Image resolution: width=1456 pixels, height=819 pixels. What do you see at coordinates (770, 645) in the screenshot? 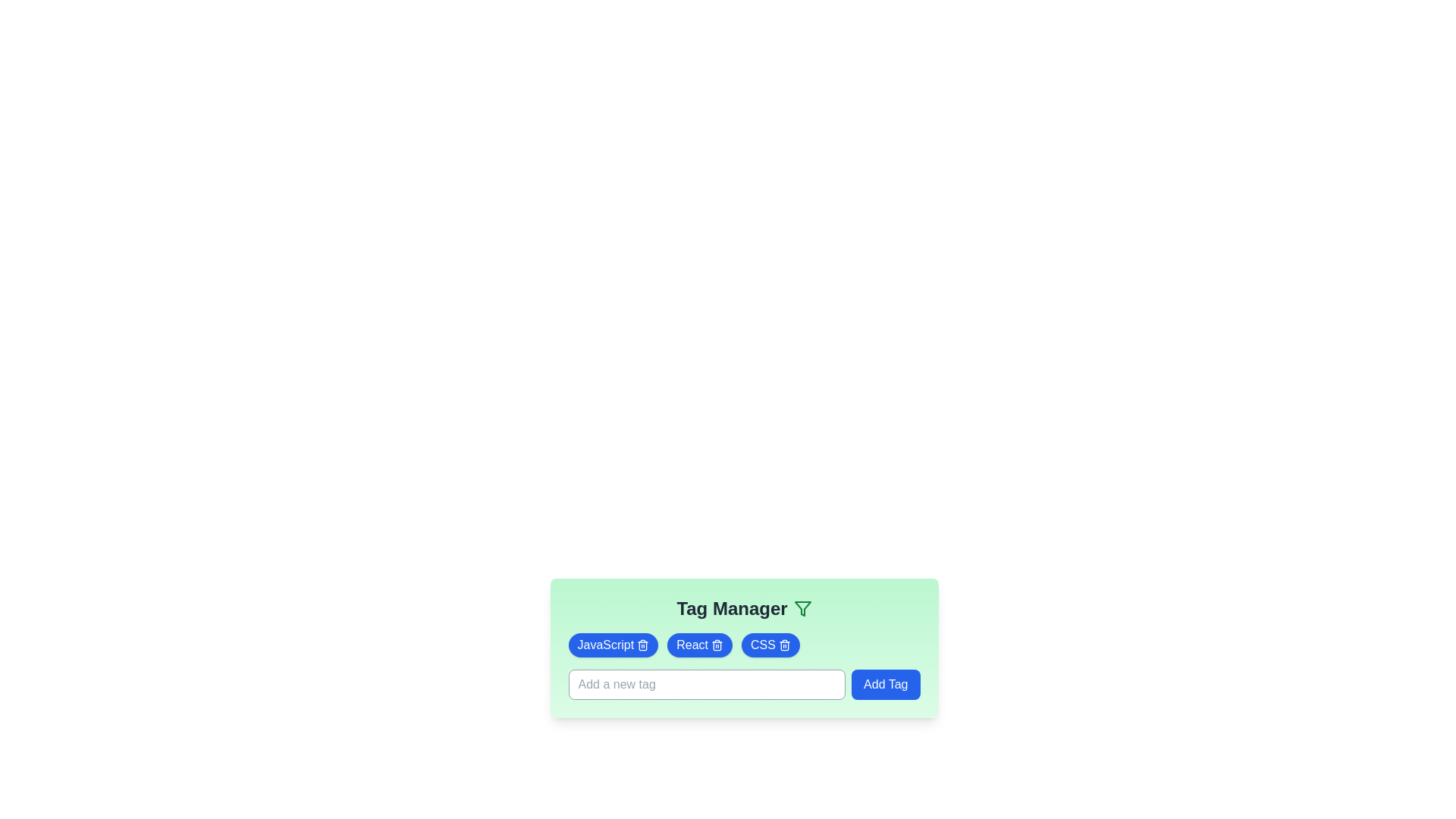
I see `the blue tag labeled 'CSS' with a trash icon, which is the third tag in the horizontal list within the 'Tag Manager' component` at bounding box center [770, 645].